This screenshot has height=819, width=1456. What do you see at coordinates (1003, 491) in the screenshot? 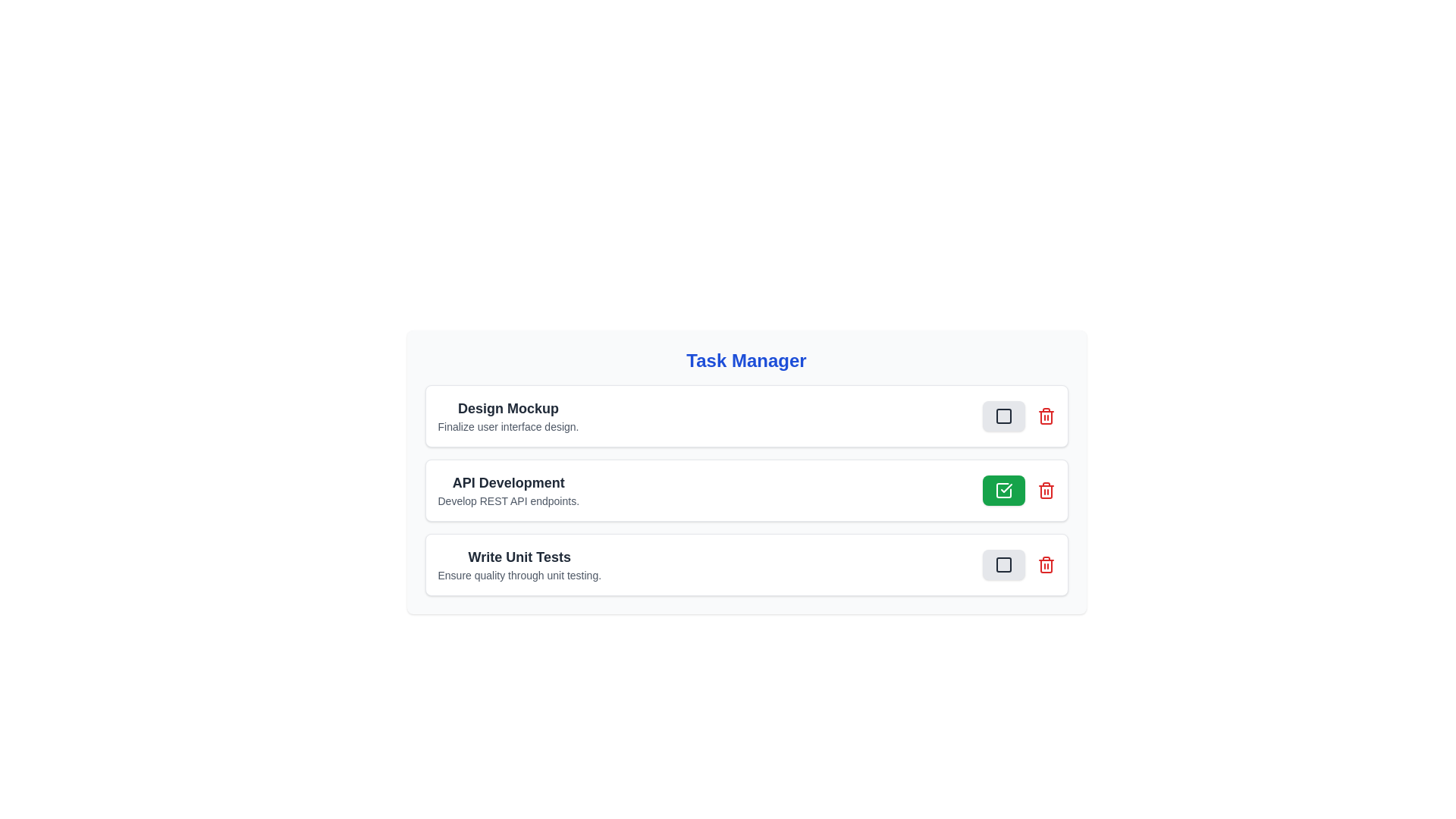
I see `the check indicator icon marking the 'API Development' task` at bounding box center [1003, 491].